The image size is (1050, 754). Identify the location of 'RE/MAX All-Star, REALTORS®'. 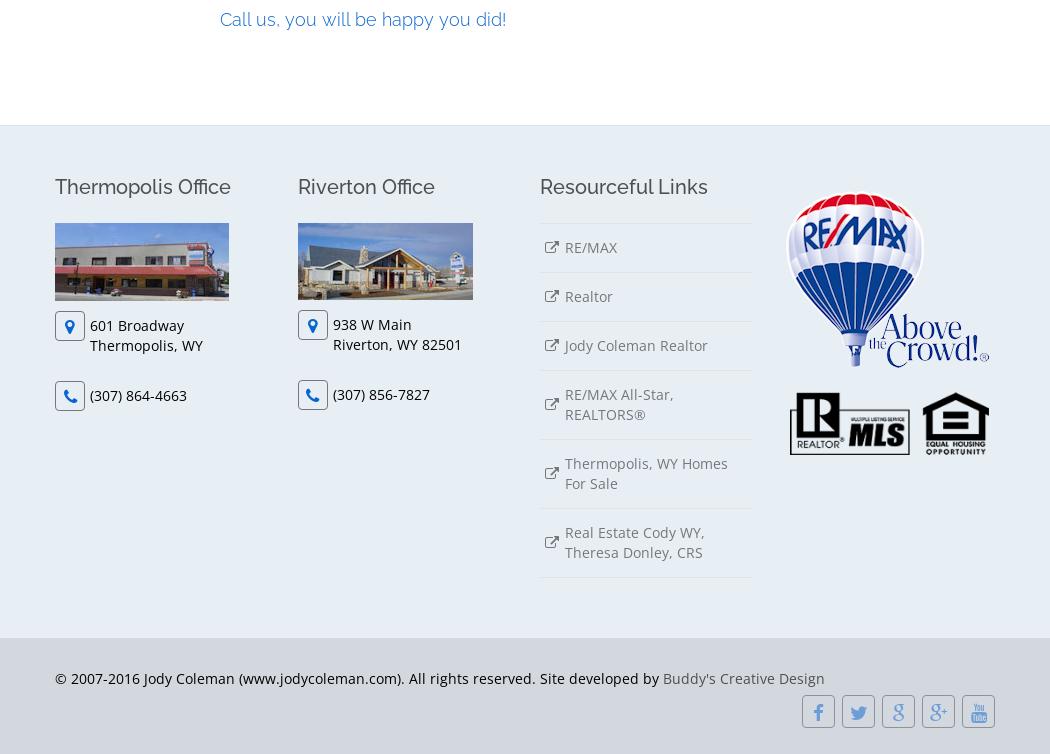
(619, 403).